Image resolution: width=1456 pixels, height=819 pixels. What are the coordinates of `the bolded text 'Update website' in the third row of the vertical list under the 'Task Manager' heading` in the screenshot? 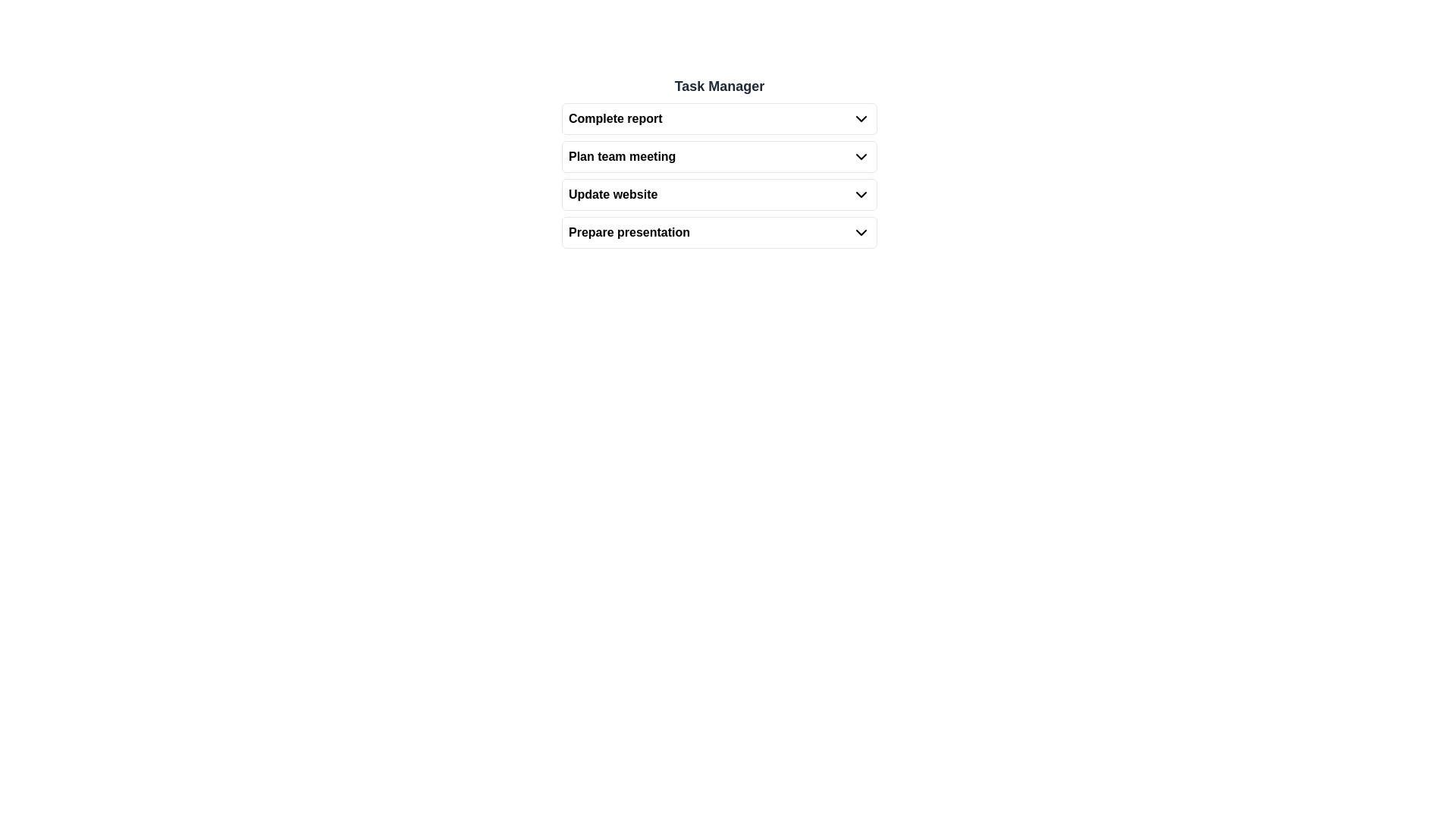 It's located at (613, 194).